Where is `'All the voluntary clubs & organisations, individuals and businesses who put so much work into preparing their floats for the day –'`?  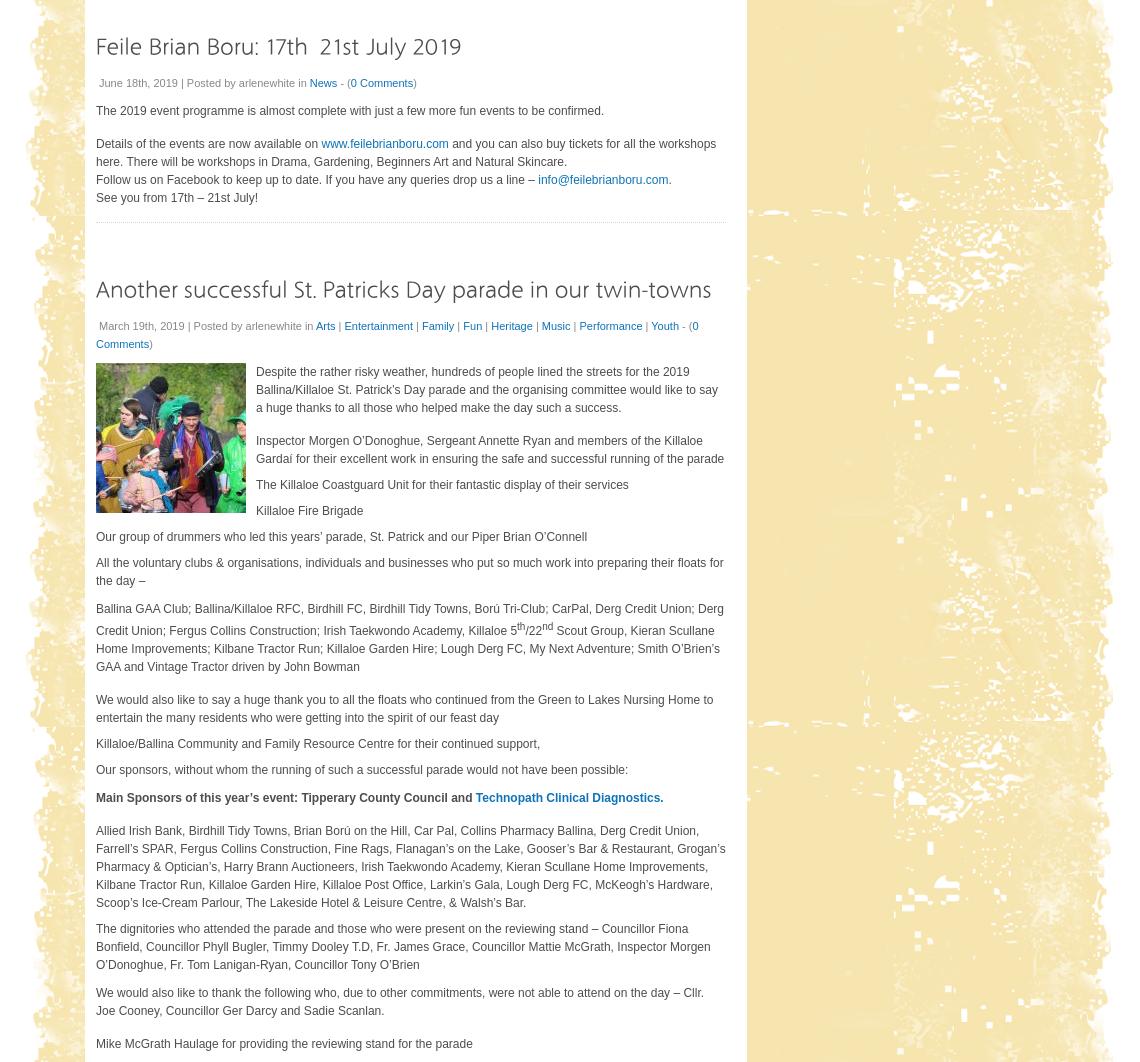 'All the voluntary clubs & organisations, individuals and businesses who put so much work into preparing their floats for the day –' is located at coordinates (408, 571).